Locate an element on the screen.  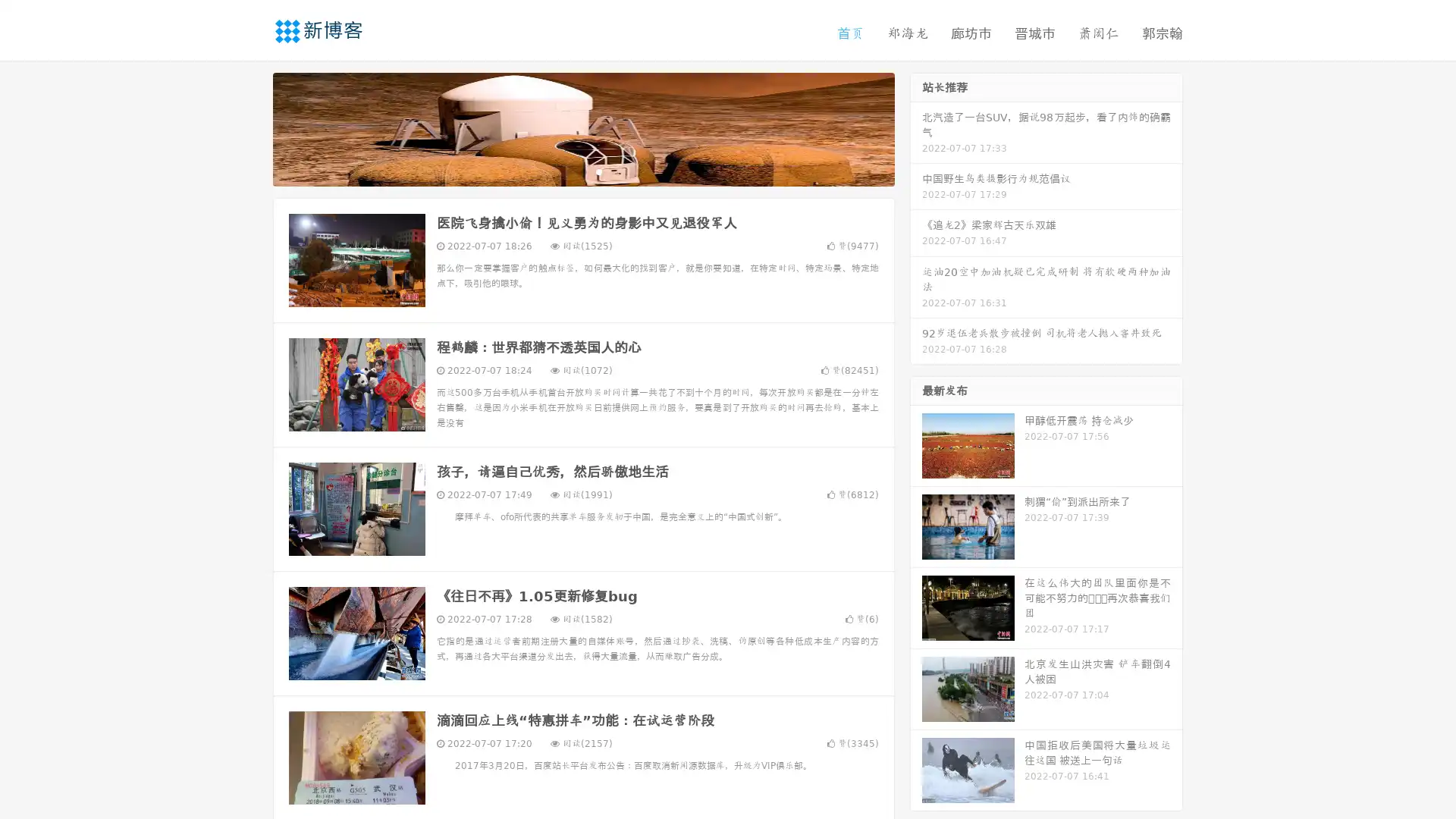
Go to slide 2 is located at coordinates (582, 171).